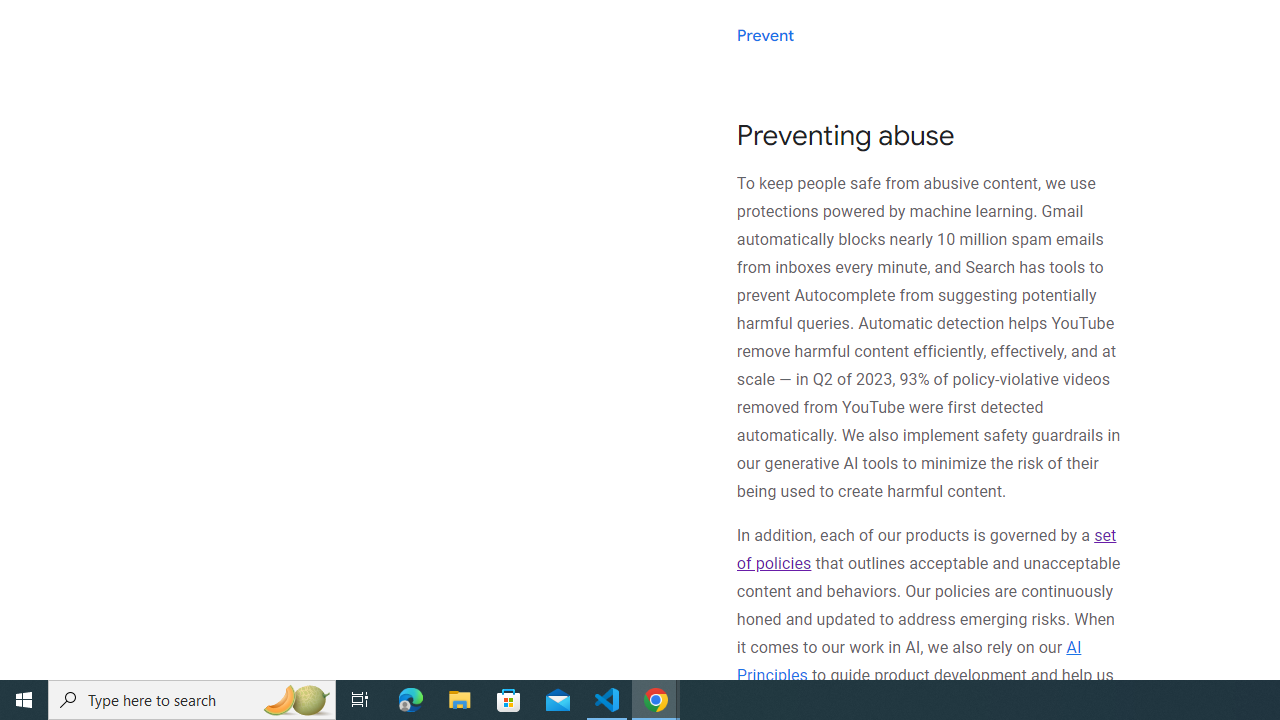 The width and height of the screenshot is (1280, 720). Describe the element at coordinates (907, 661) in the screenshot. I see `'AI Principles'` at that location.